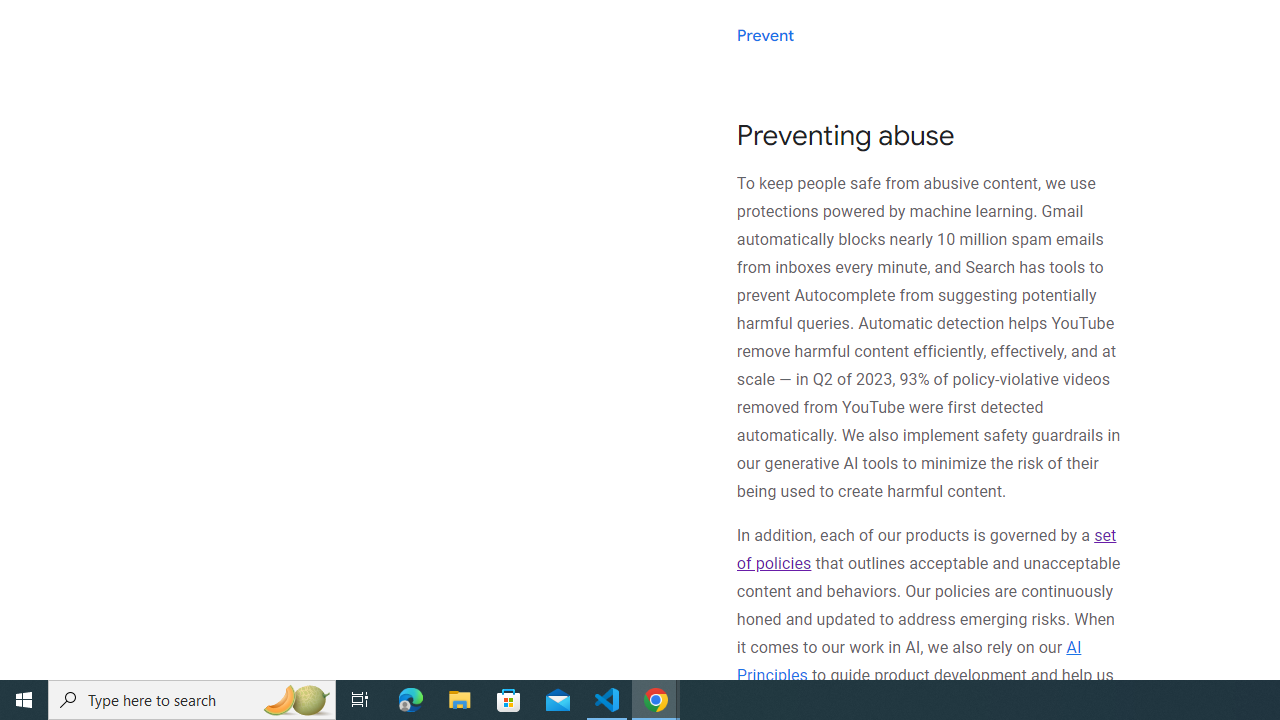 The width and height of the screenshot is (1280, 720). Describe the element at coordinates (907, 661) in the screenshot. I see `'AI Principles'` at that location.